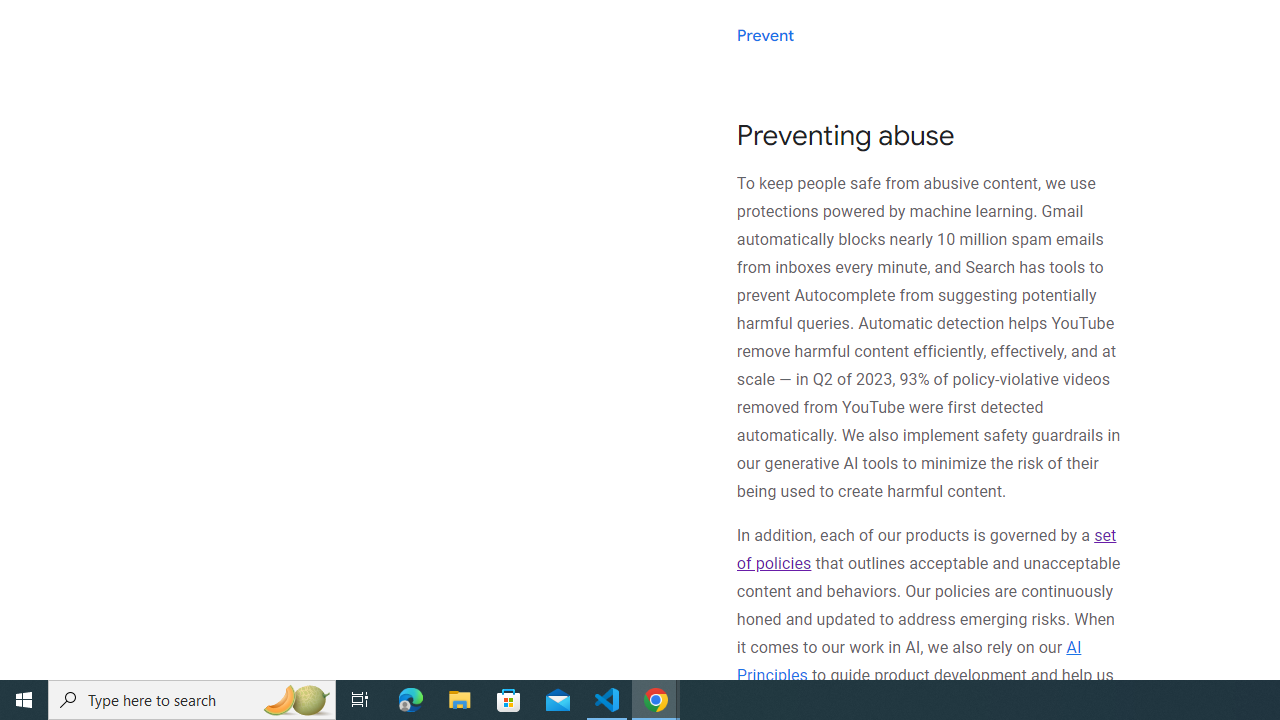 The width and height of the screenshot is (1280, 720). Describe the element at coordinates (907, 661) in the screenshot. I see `'AI Principles'` at that location.